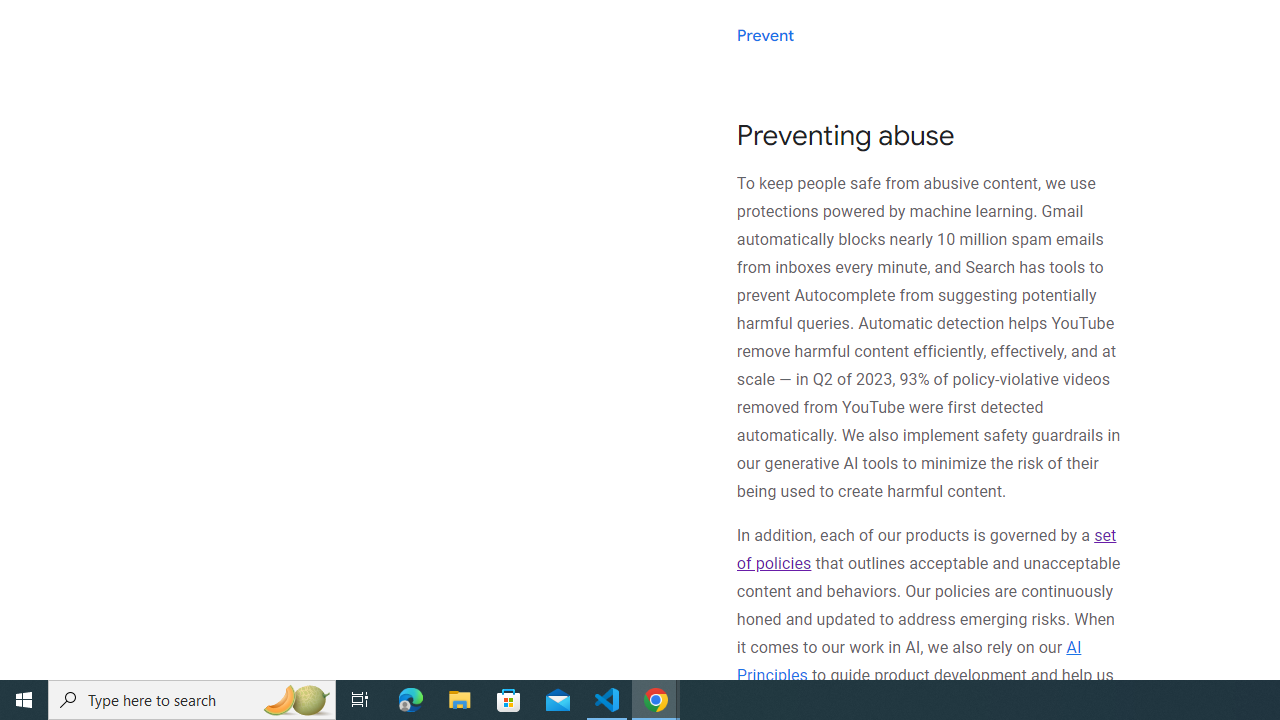 The width and height of the screenshot is (1280, 720). Describe the element at coordinates (907, 661) in the screenshot. I see `'AI Principles'` at that location.